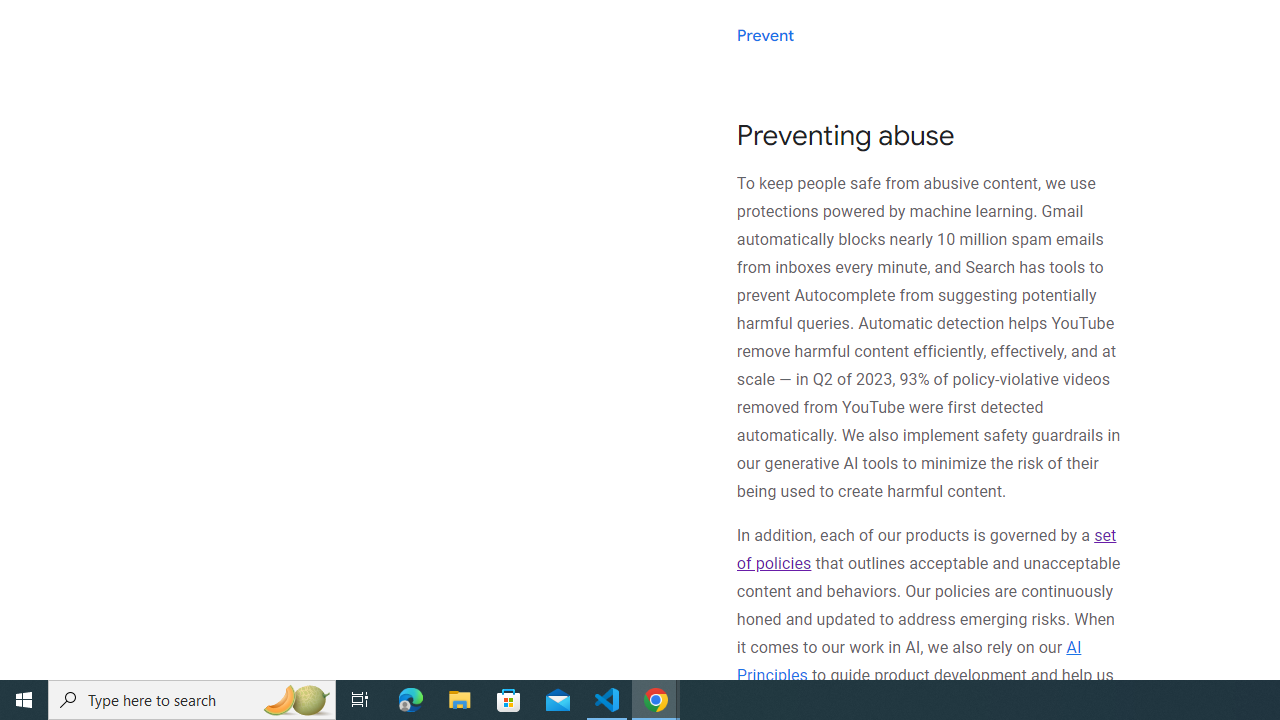 The width and height of the screenshot is (1280, 720). Describe the element at coordinates (907, 661) in the screenshot. I see `'AI Principles'` at that location.